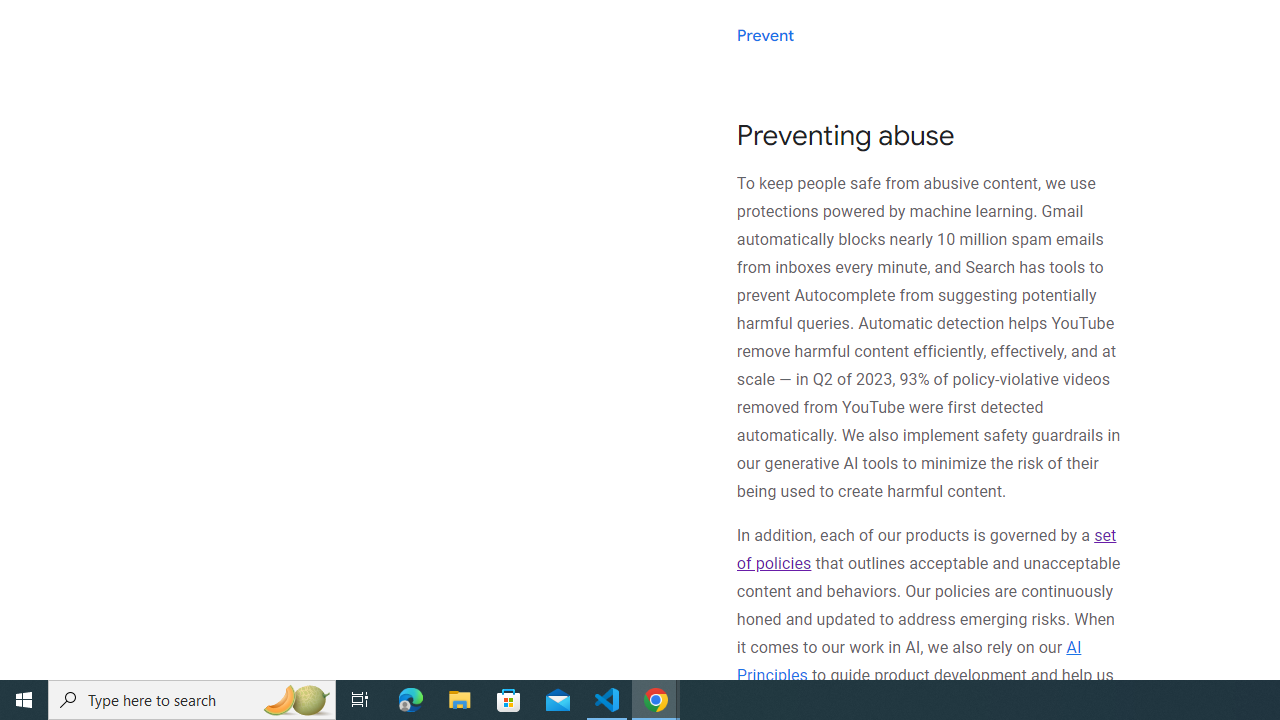 The width and height of the screenshot is (1280, 720). Describe the element at coordinates (907, 661) in the screenshot. I see `'AI Principles'` at that location.